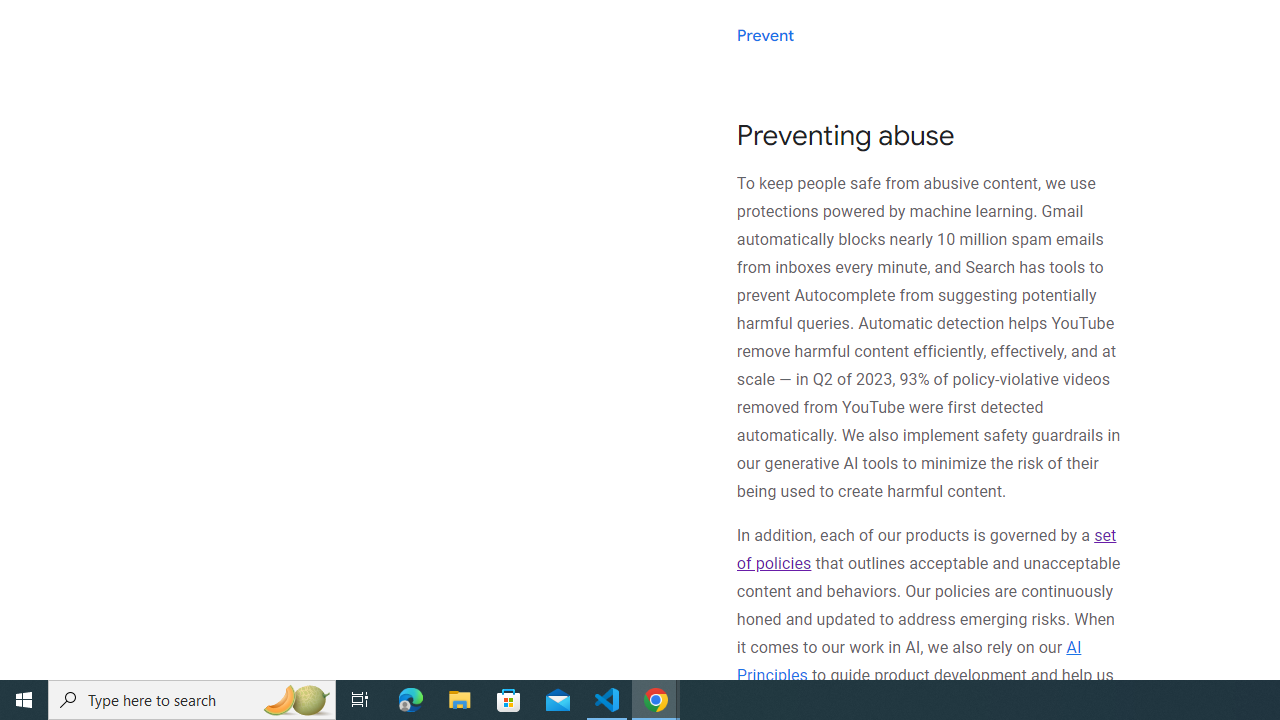 The width and height of the screenshot is (1280, 720). Describe the element at coordinates (907, 661) in the screenshot. I see `'AI Principles'` at that location.